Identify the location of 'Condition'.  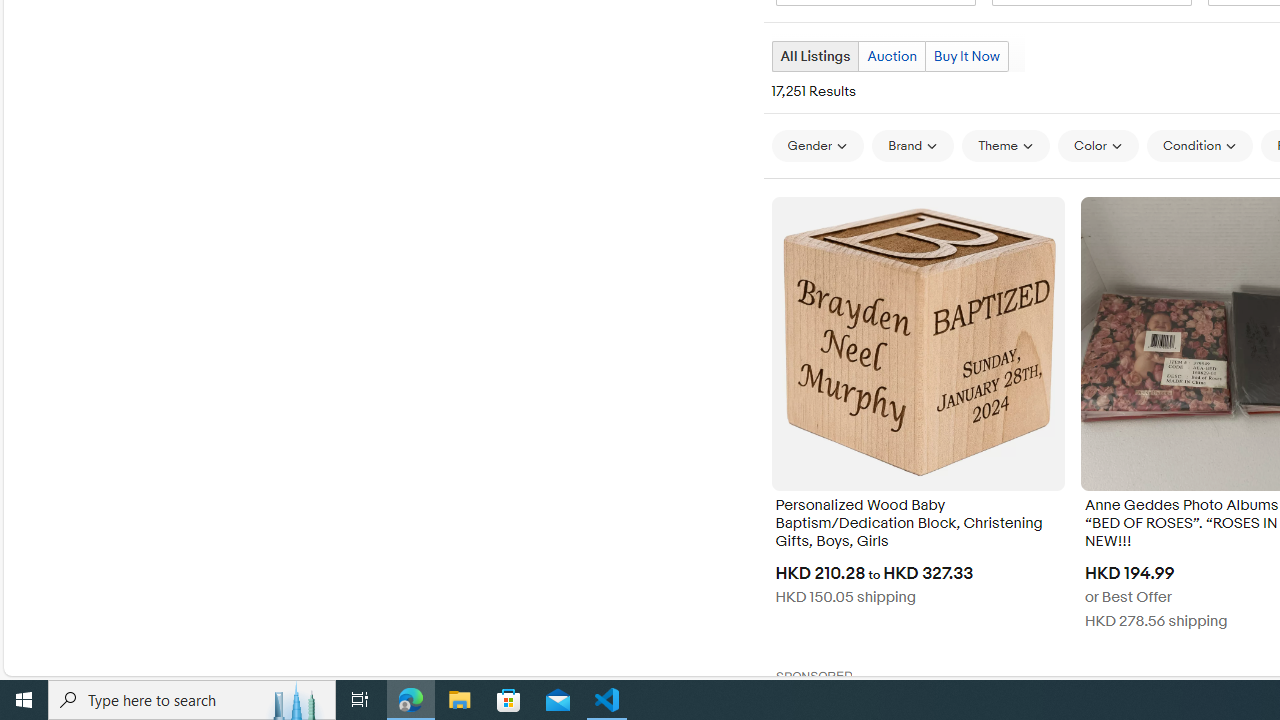
(1200, 145).